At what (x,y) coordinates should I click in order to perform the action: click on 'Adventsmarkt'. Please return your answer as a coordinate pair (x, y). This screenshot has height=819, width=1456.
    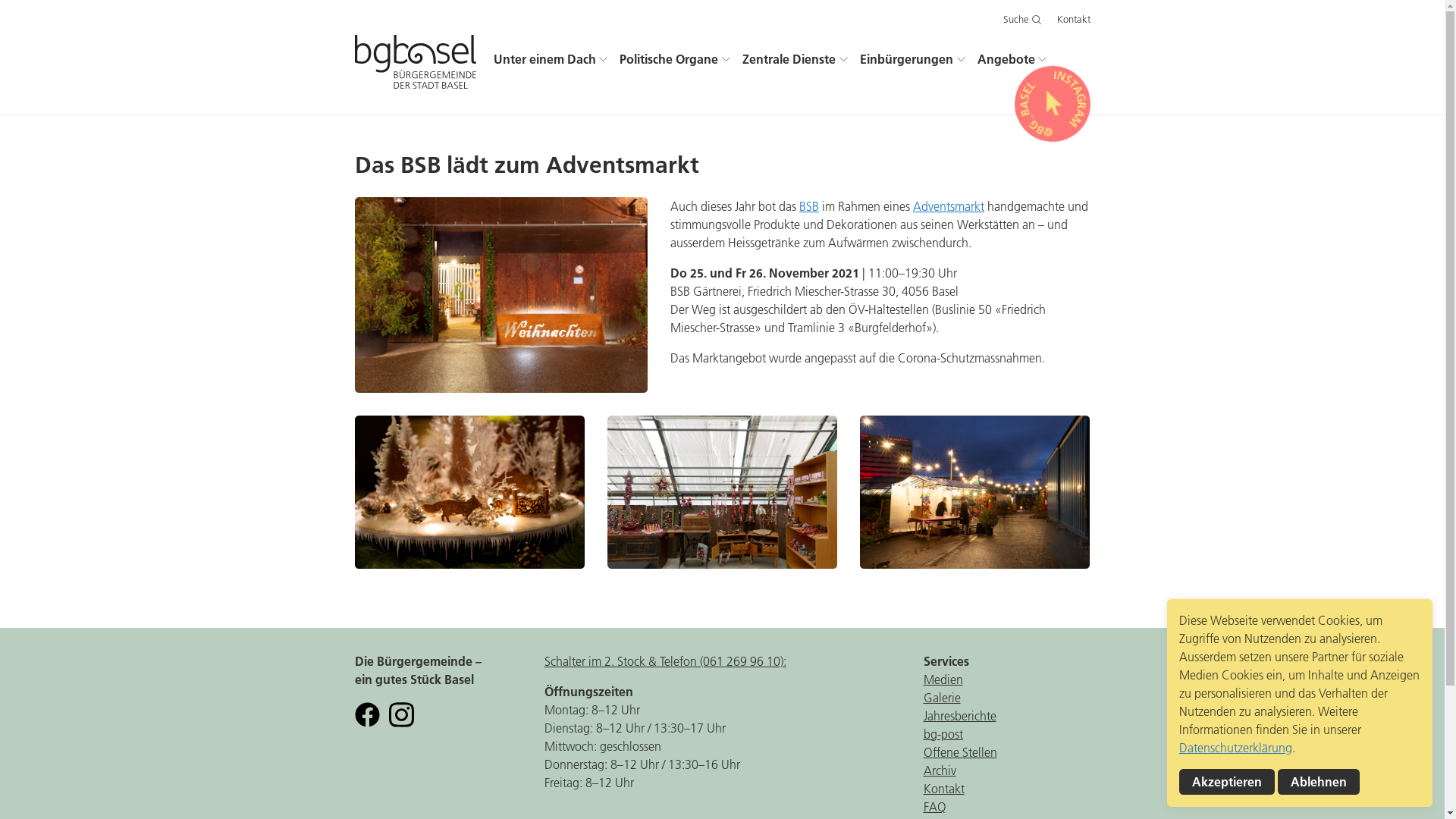
    Looking at the image, I should click on (912, 206).